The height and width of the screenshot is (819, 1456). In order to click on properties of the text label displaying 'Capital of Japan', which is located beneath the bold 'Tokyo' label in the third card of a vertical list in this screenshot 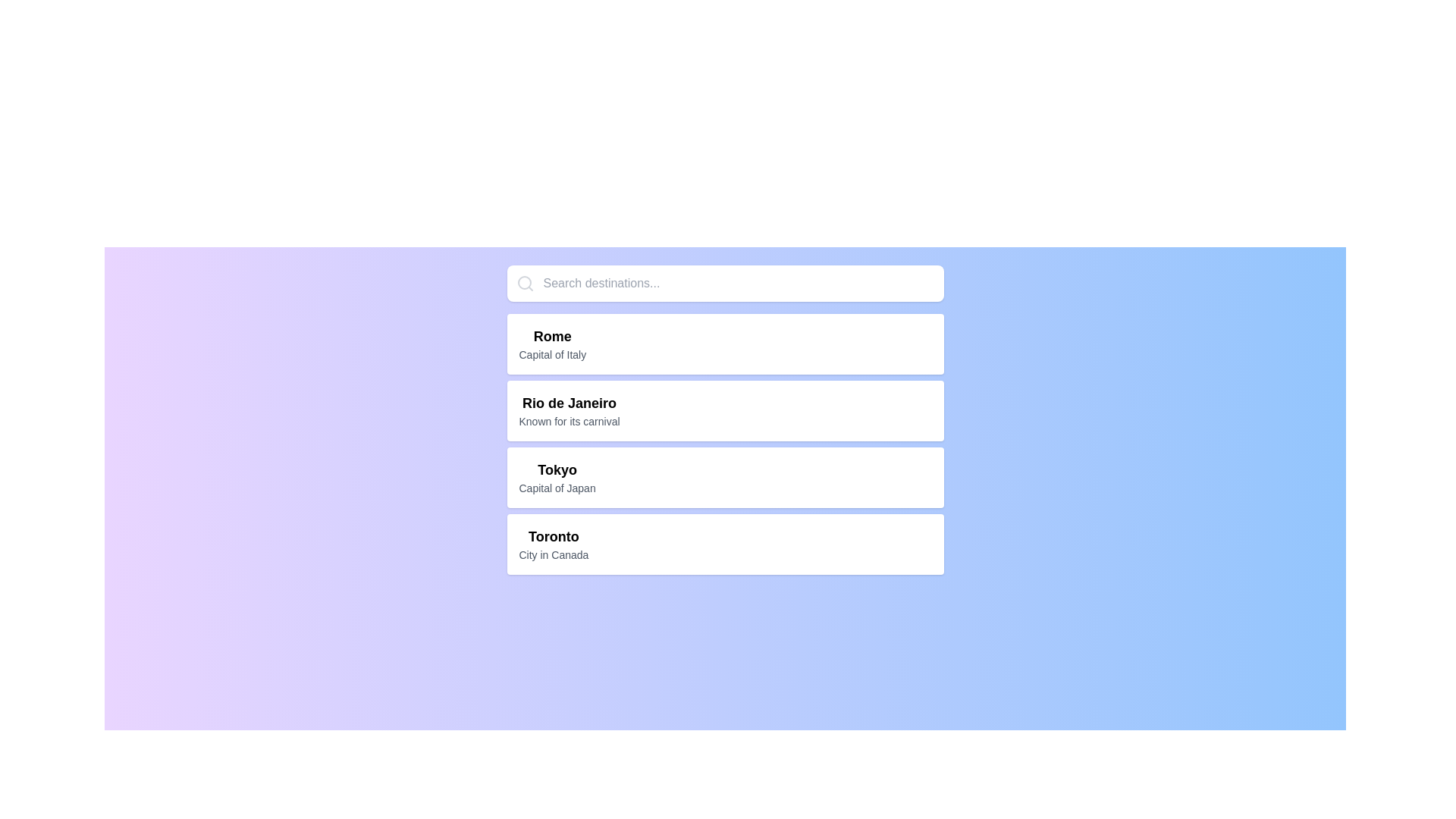, I will do `click(556, 488)`.